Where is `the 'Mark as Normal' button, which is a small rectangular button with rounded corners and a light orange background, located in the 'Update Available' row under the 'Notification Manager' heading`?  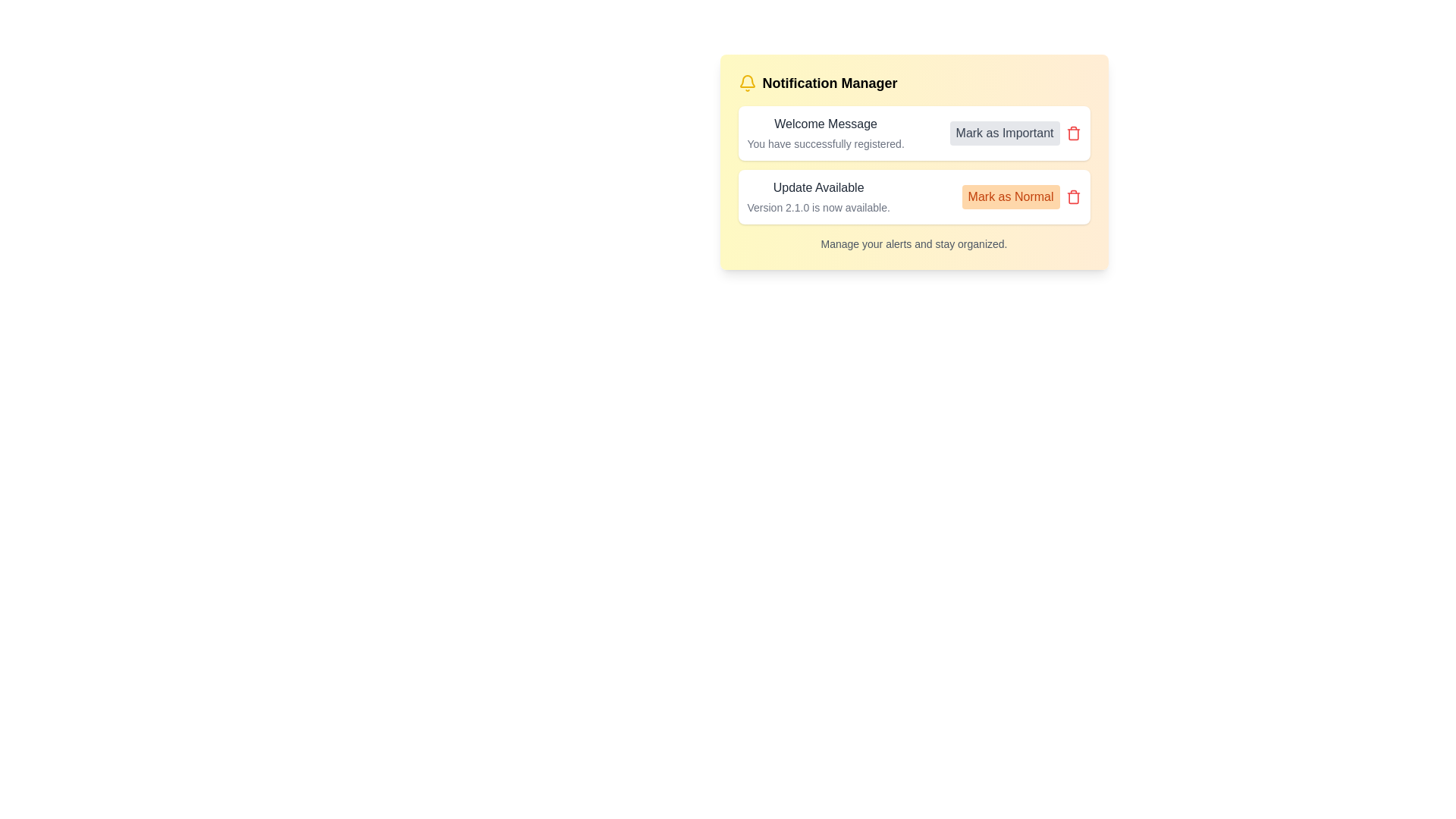
the 'Mark as Normal' button, which is a small rectangular button with rounded corners and a light orange background, located in the 'Update Available' row under the 'Notification Manager' heading is located at coordinates (1011, 196).